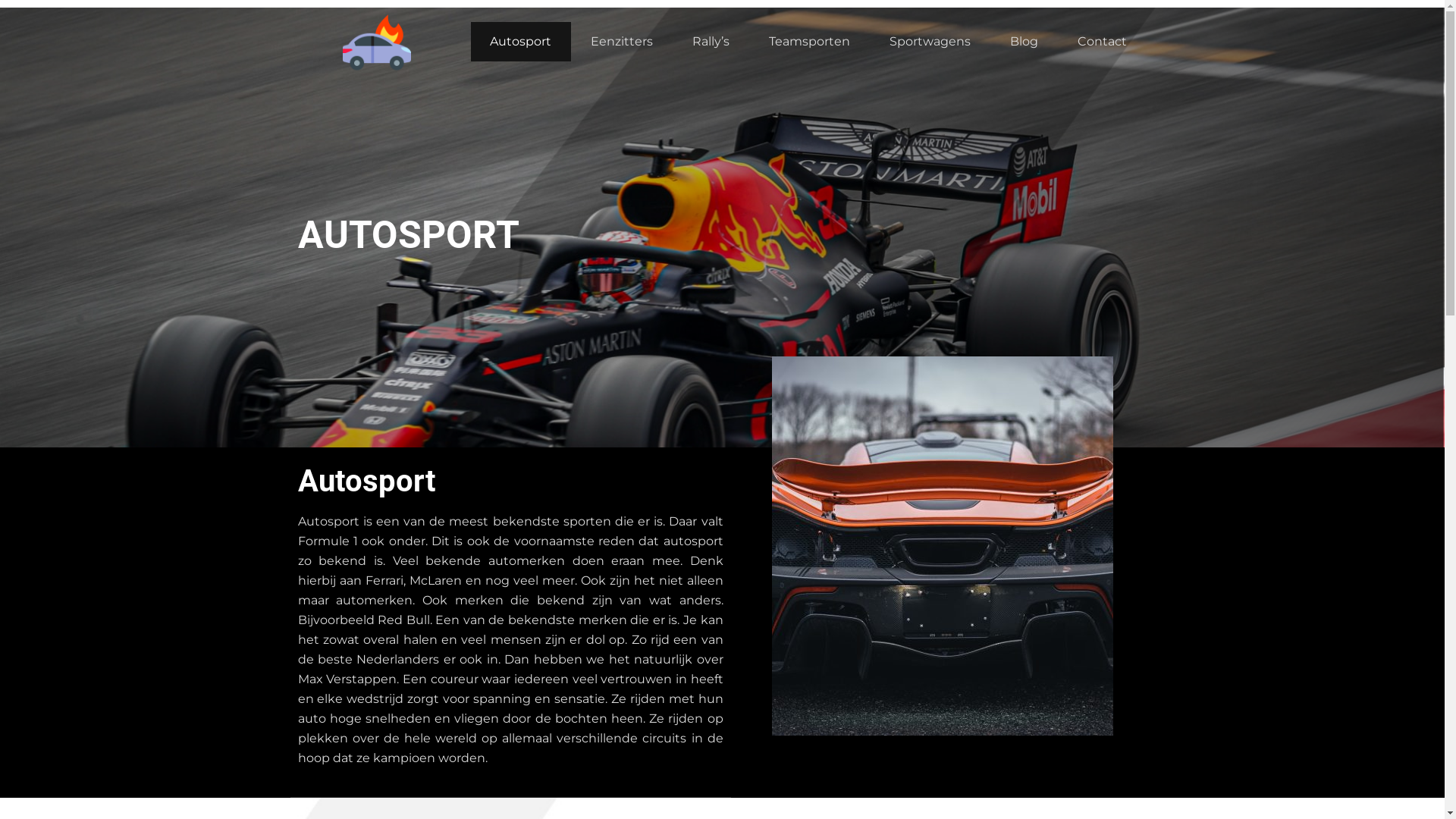 This screenshot has height=819, width=1456. What do you see at coordinates (749, 40) in the screenshot?
I see `'Teamsporten'` at bounding box center [749, 40].